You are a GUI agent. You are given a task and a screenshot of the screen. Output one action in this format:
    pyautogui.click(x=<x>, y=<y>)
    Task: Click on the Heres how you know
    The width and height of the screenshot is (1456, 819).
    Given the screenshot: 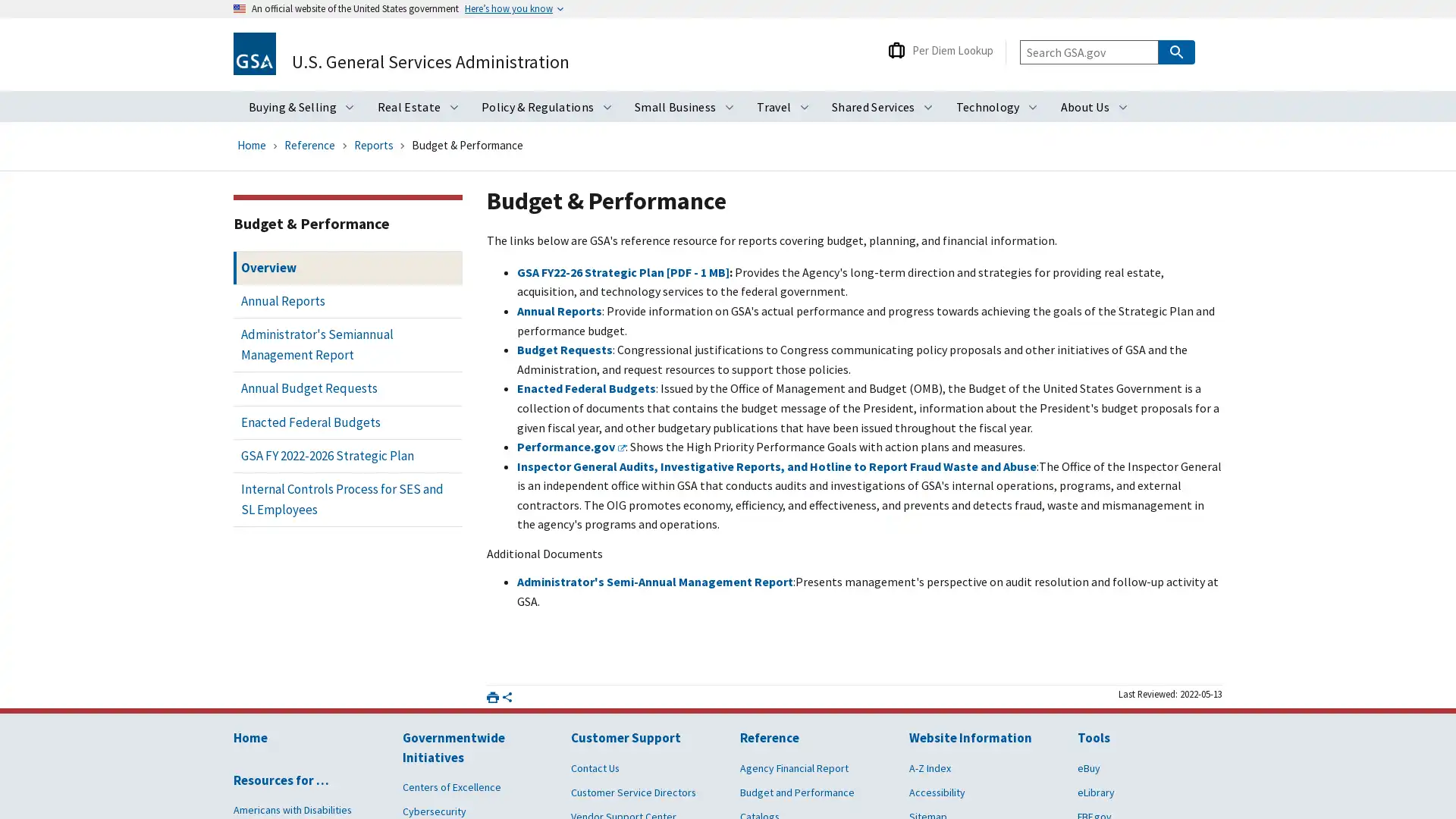 What is the action you would take?
    pyautogui.click(x=509, y=8)
    